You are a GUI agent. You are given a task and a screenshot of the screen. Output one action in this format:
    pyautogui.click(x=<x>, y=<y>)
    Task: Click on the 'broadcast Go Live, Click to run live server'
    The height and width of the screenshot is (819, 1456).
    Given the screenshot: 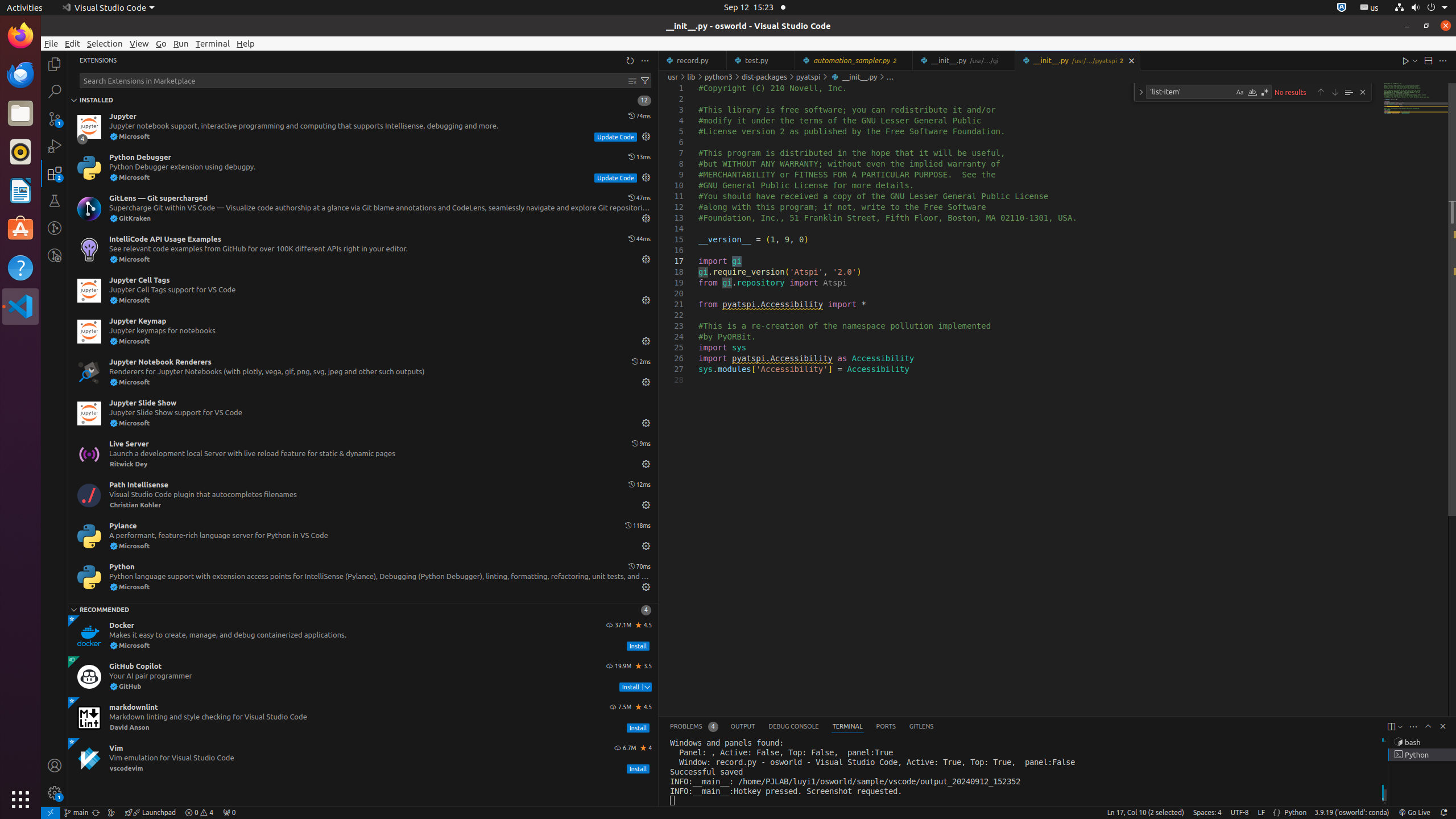 What is the action you would take?
    pyautogui.click(x=1414, y=812)
    